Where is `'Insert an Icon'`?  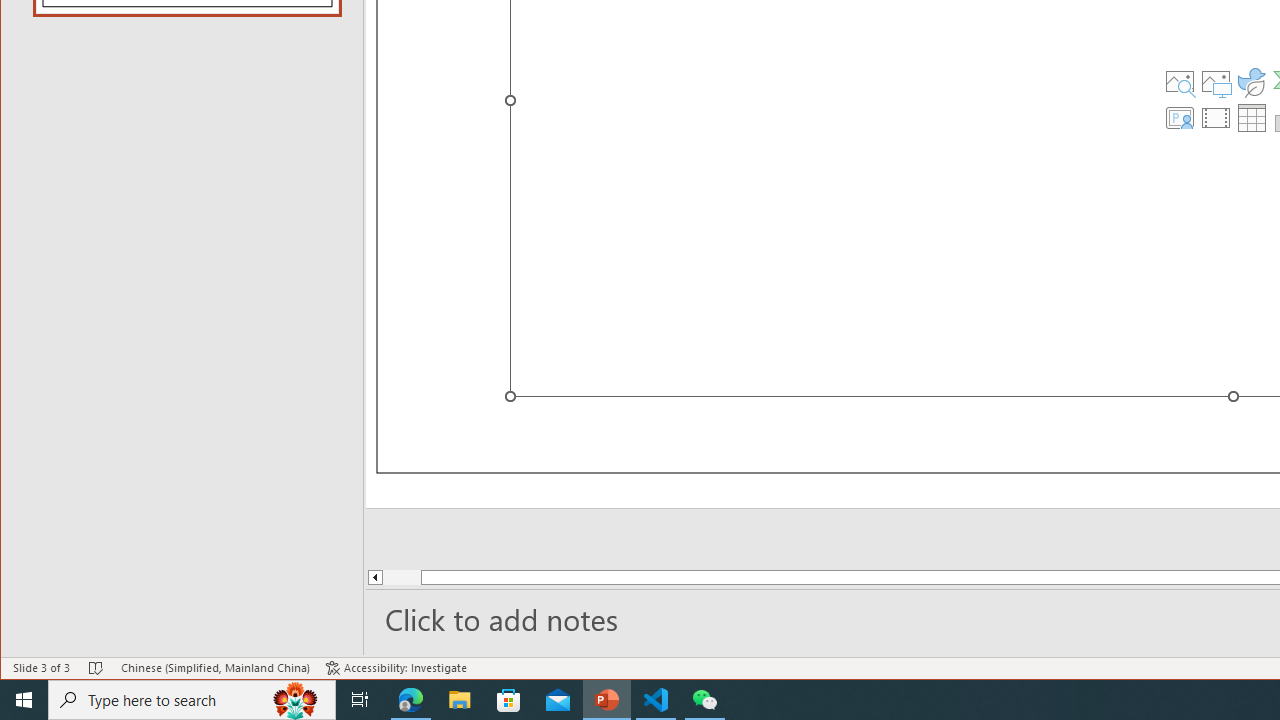
'Insert an Icon' is located at coordinates (1251, 81).